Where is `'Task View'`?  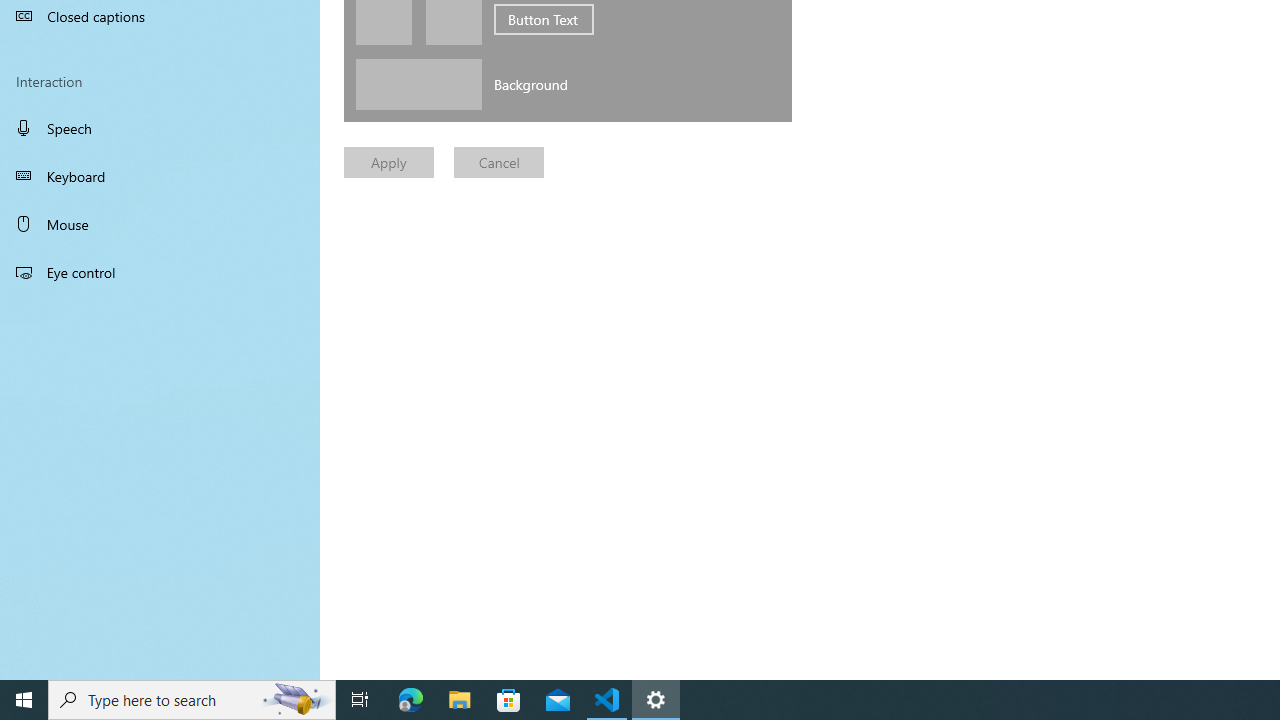
'Task View' is located at coordinates (359, 698).